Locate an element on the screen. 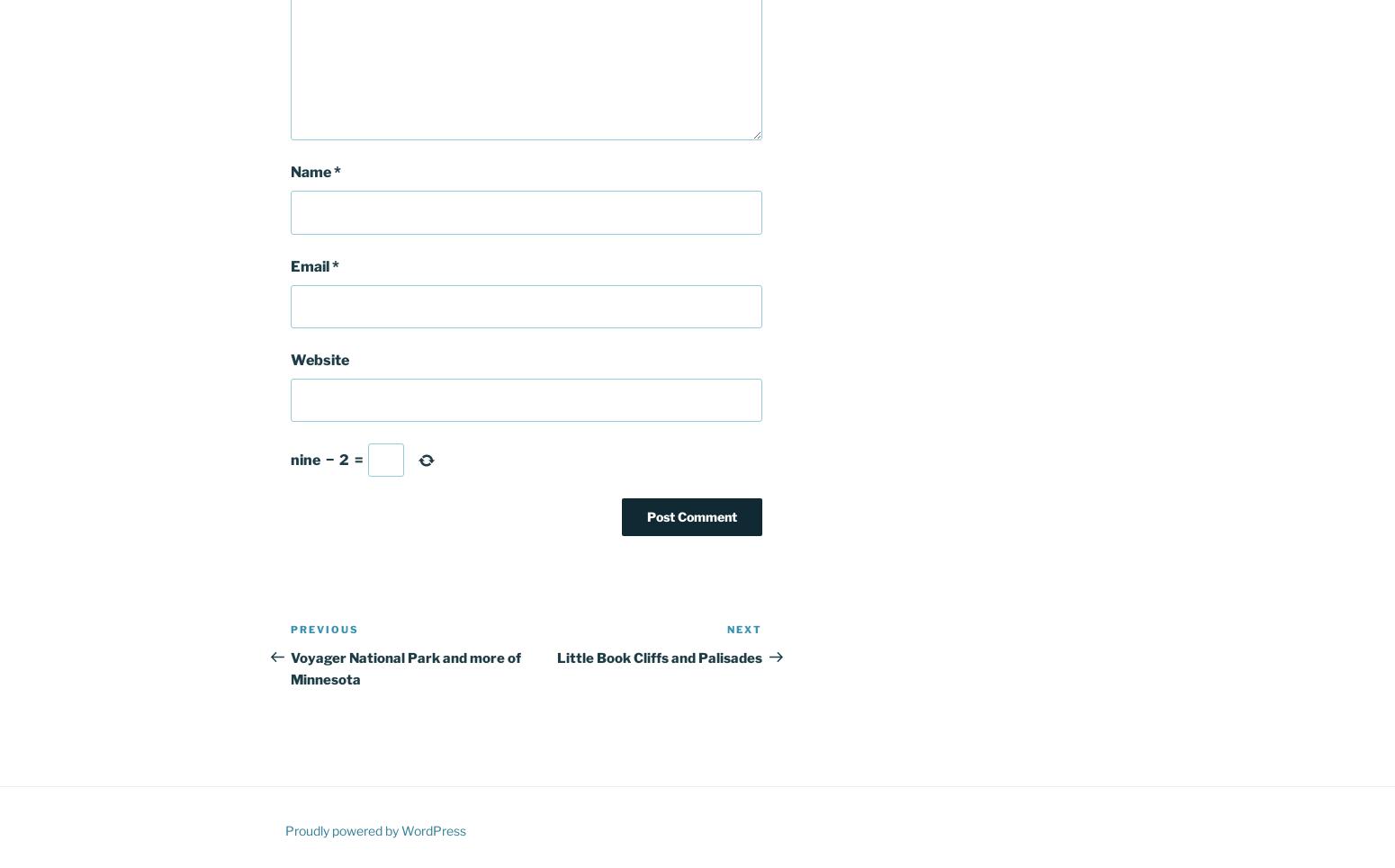 Image resolution: width=1395 pixels, height=868 pixels. 'nine' is located at coordinates (304, 459).